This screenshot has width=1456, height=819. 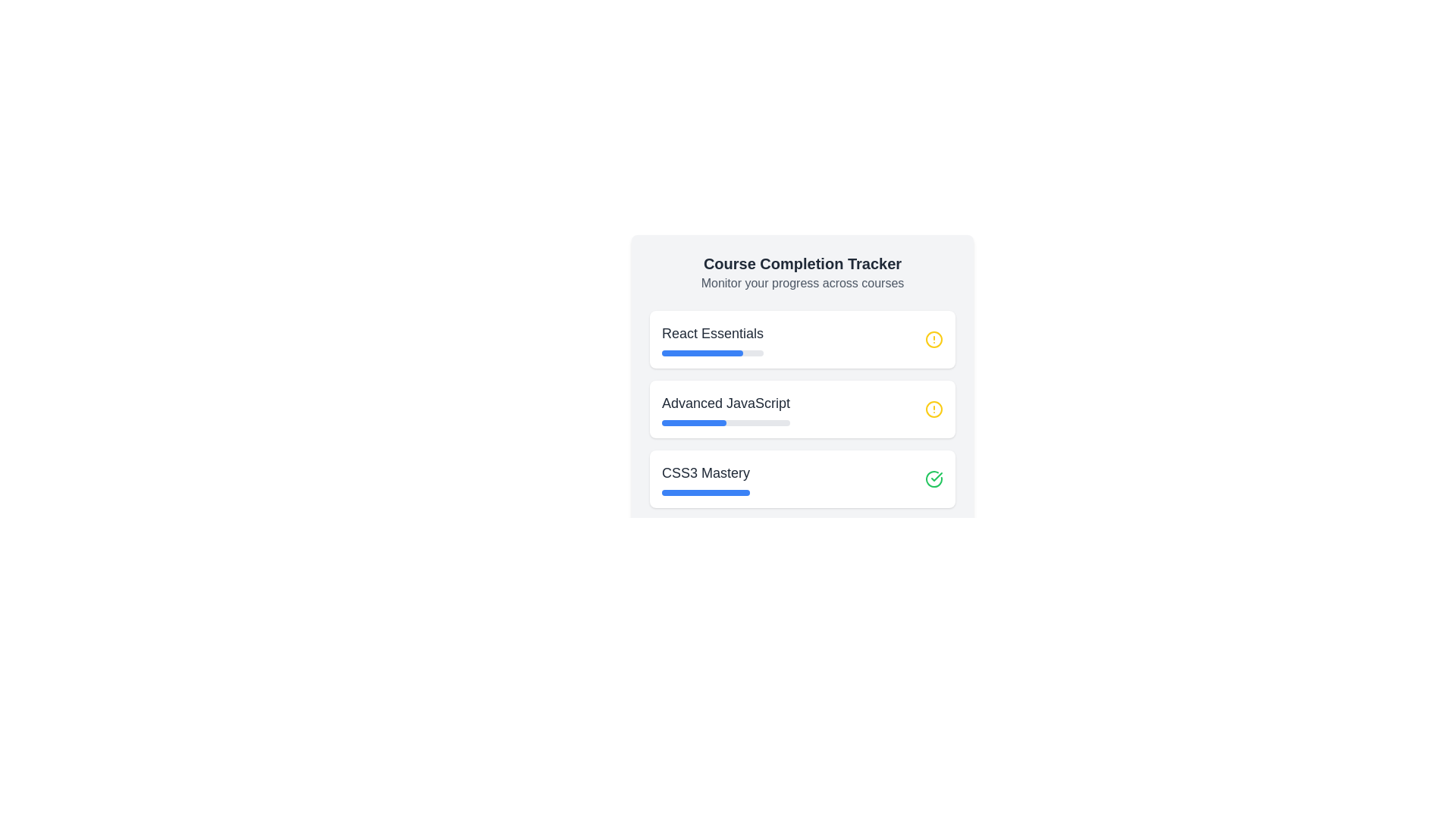 I want to click on text from the header and subtitle element that provides context about the course completion tracking functionality, so click(x=802, y=271).